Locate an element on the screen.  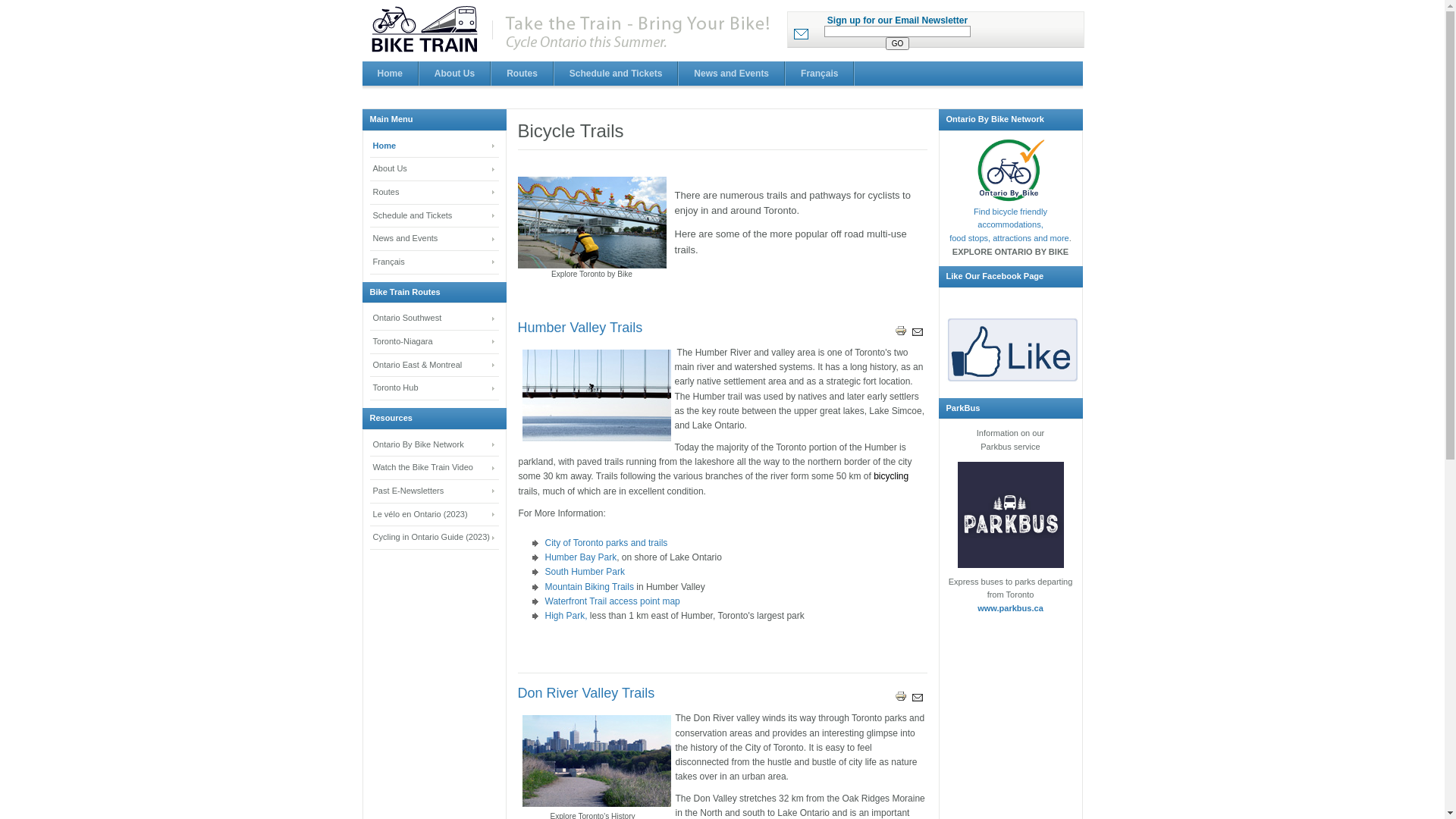
'Waterfront Trail access point map' is located at coordinates (611, 601).